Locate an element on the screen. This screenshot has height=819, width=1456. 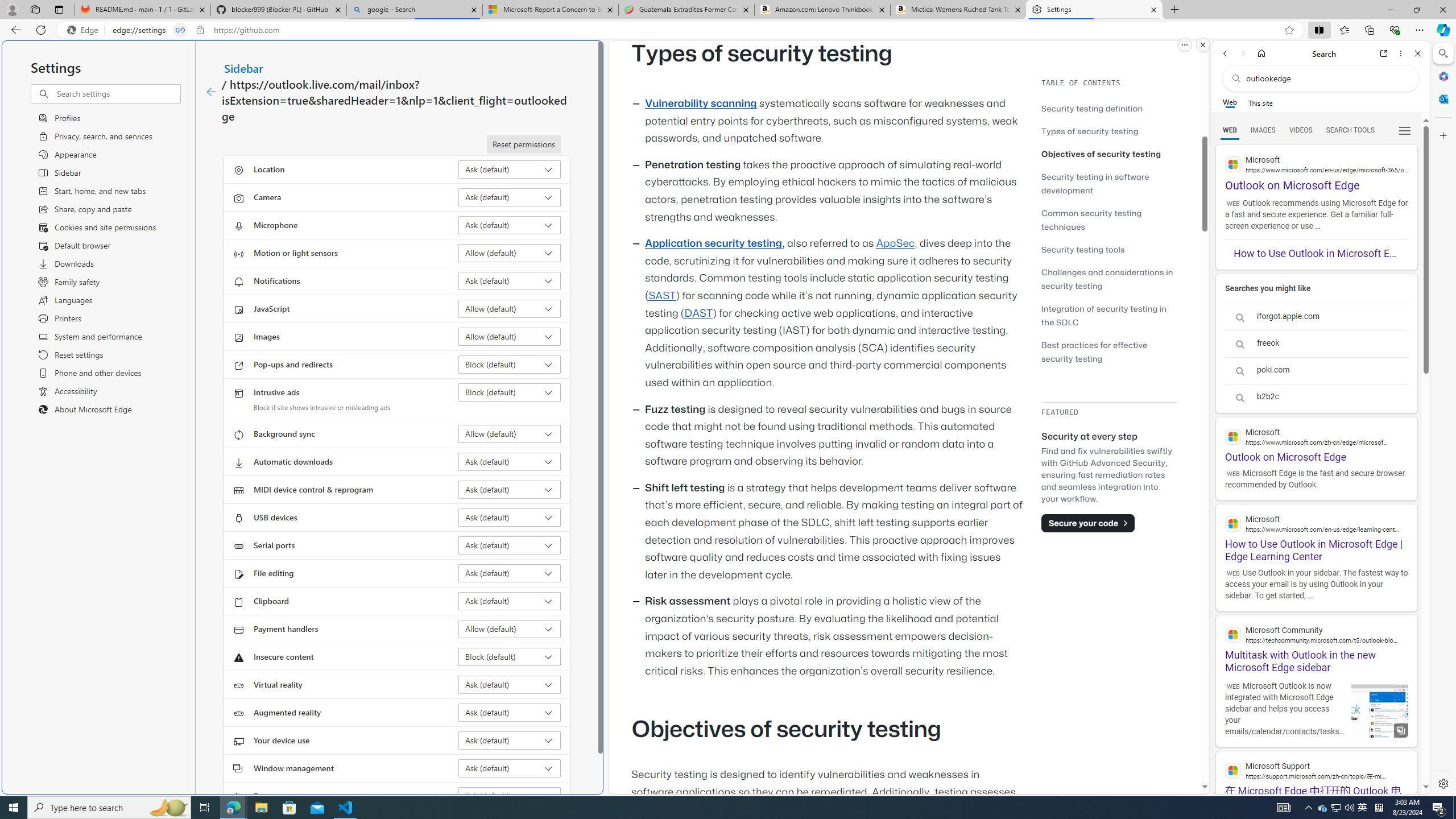
'AppSec' is located at coordinates (895, 243).